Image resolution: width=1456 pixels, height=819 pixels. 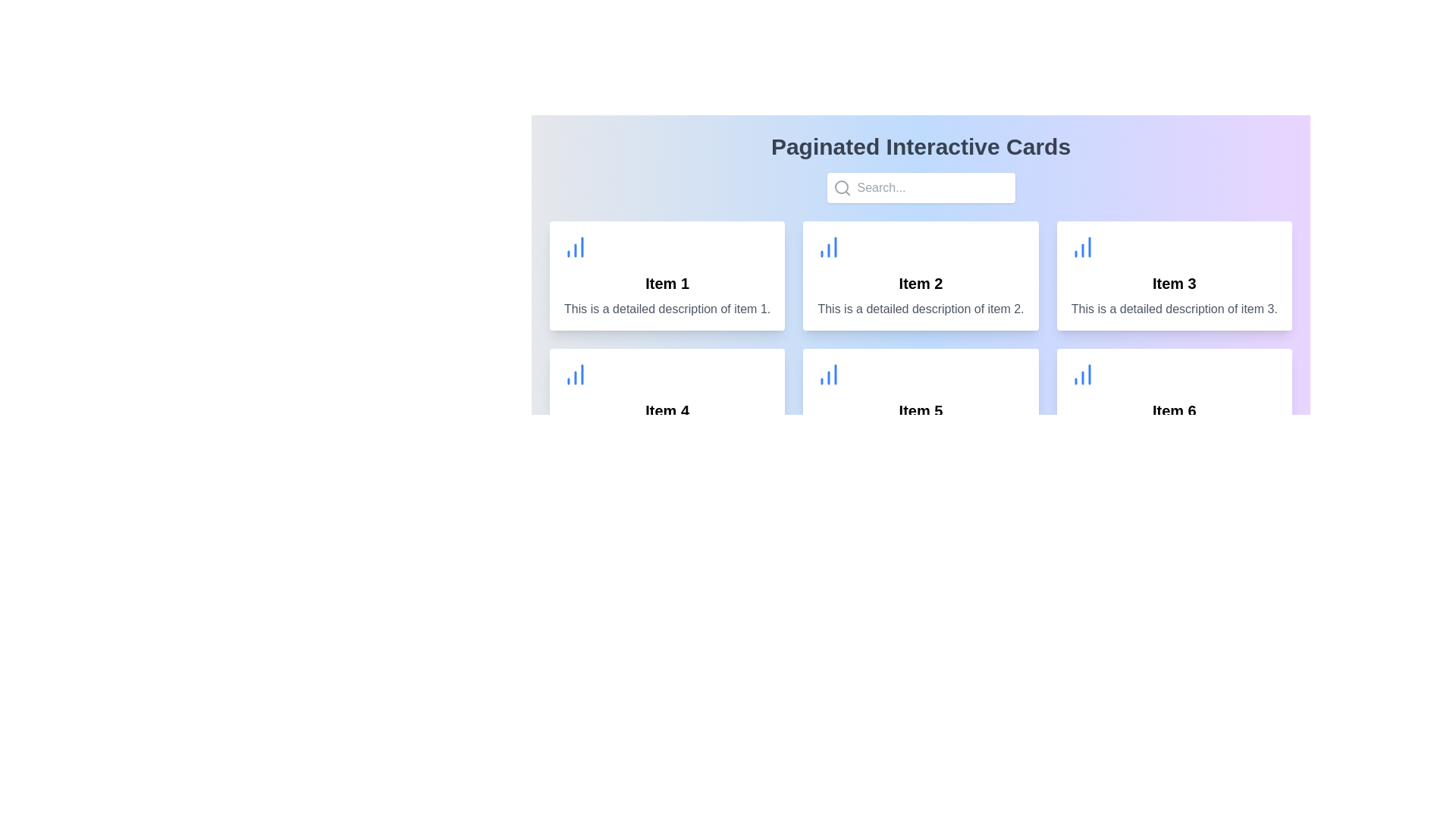 What do you see at coordinates (828, 374) in the screenshot?
I see `the vertical bar chart icon with three blue bars located at the top-left corner of the card labeled 'Item 5'` at bounding box center [828, 374].